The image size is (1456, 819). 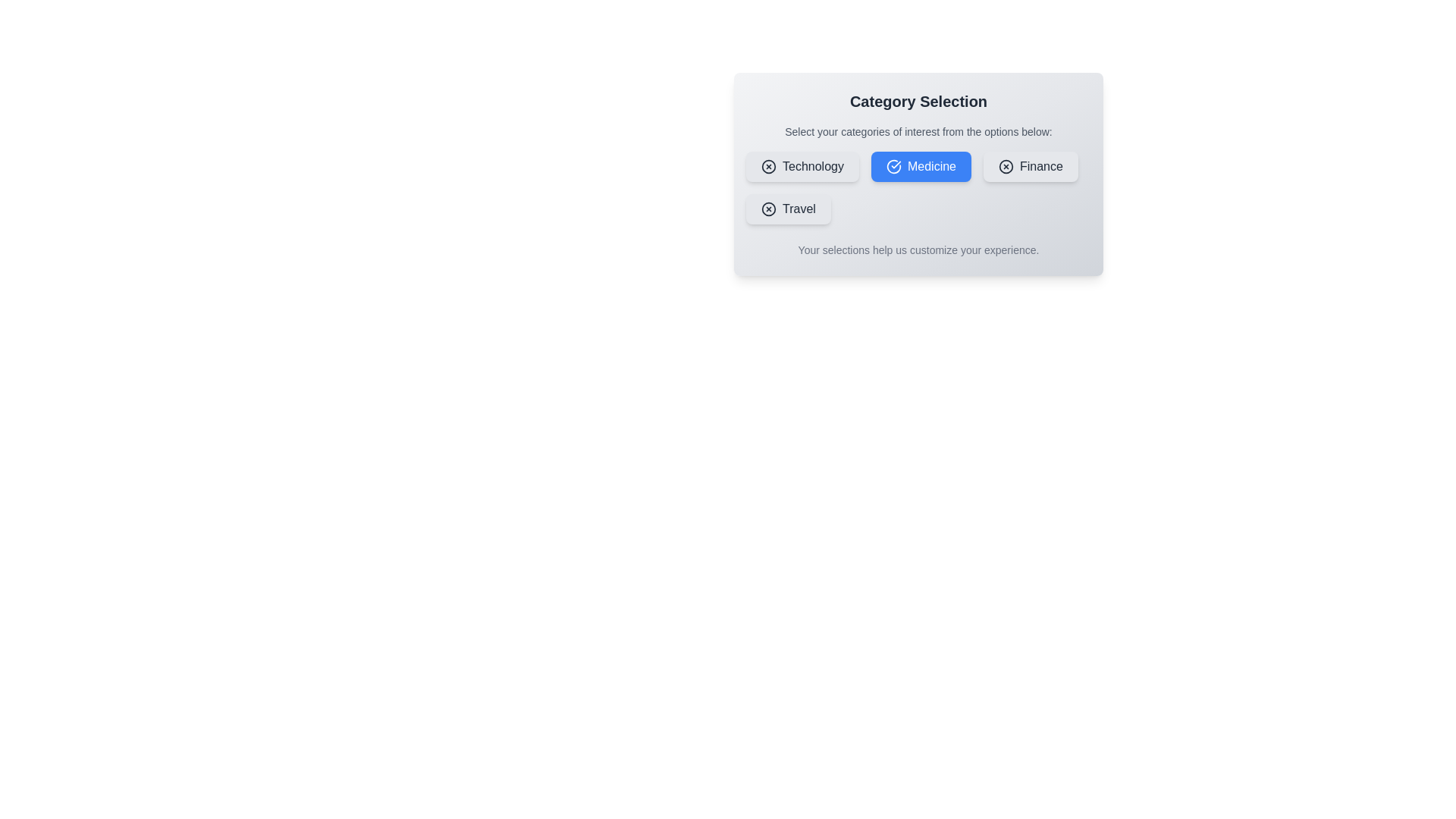 I want to click on the category button labeled 'Medicine' to observe its hover effect, so click(x=920, y=166).